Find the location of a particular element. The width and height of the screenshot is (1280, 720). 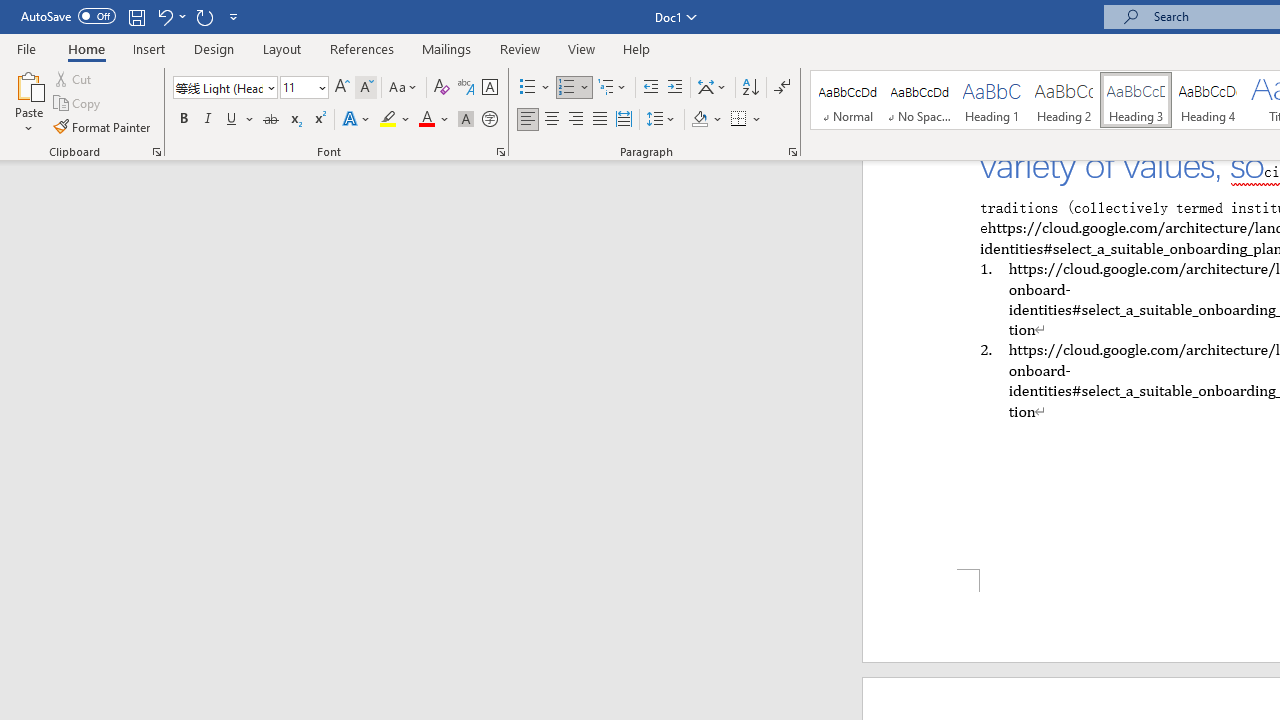

'Bold' is located at coordinates (183, 119).